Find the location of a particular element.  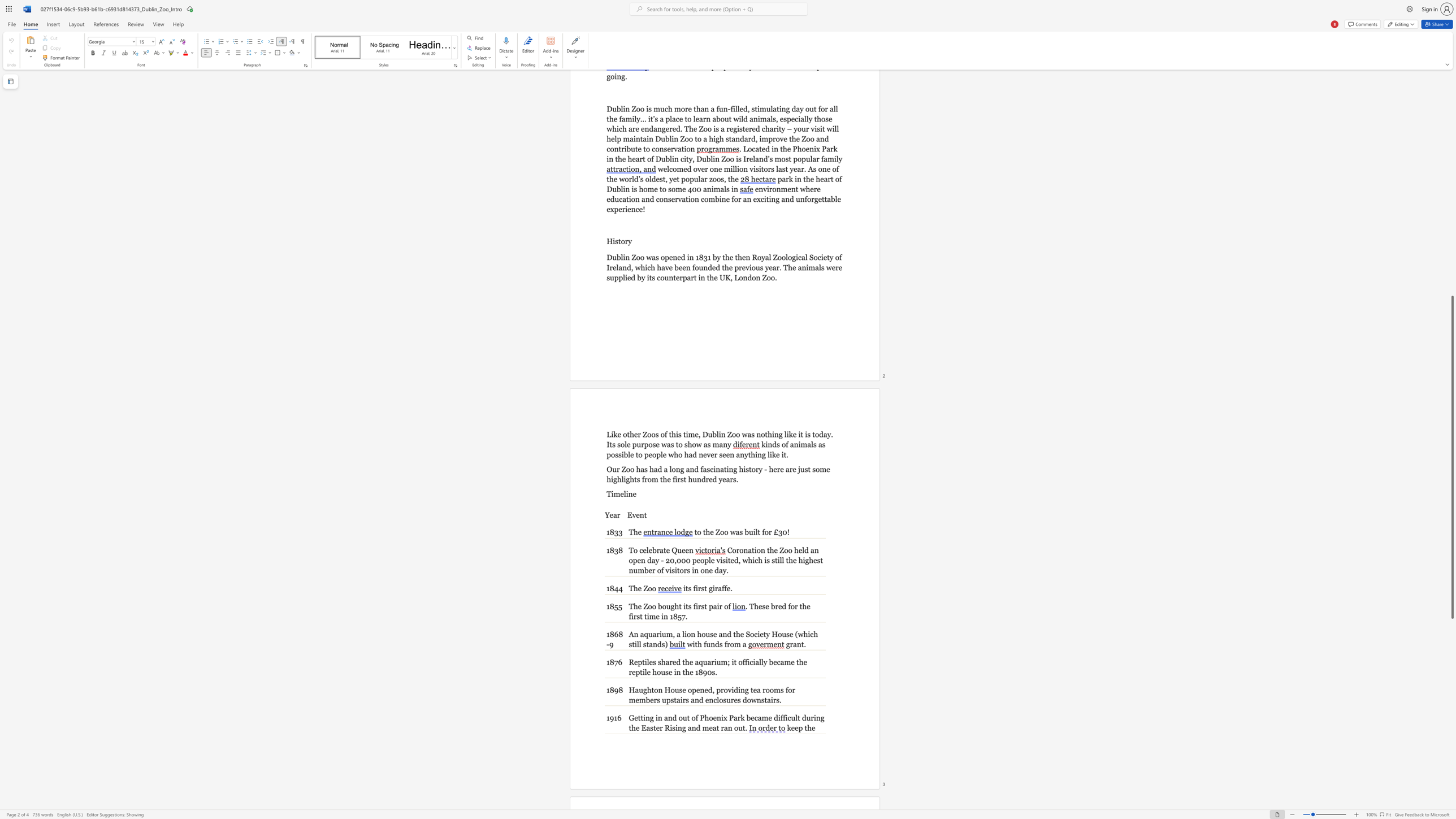

the 2th character "r" in the text is located at coordinates (712, 662).